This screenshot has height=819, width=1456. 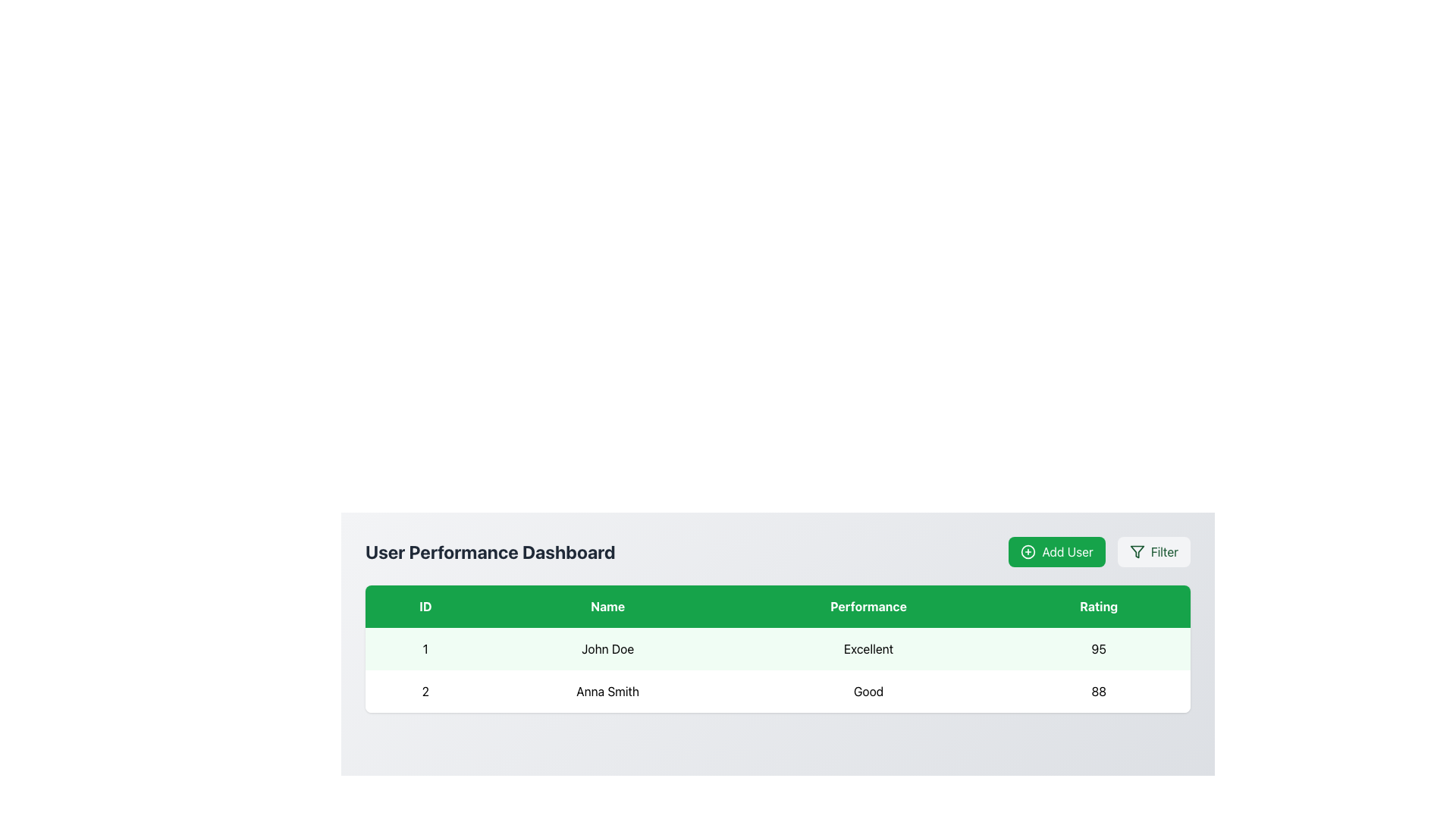 What do you see at coordinates (490, 552) in the screenshot?
I see `the Text Label that serves as the heading for the dashboard, located on the left side of the header section above the data table, to the left of the 'Add User' and 'Filter' buttons` at bounding box center [490, 552].